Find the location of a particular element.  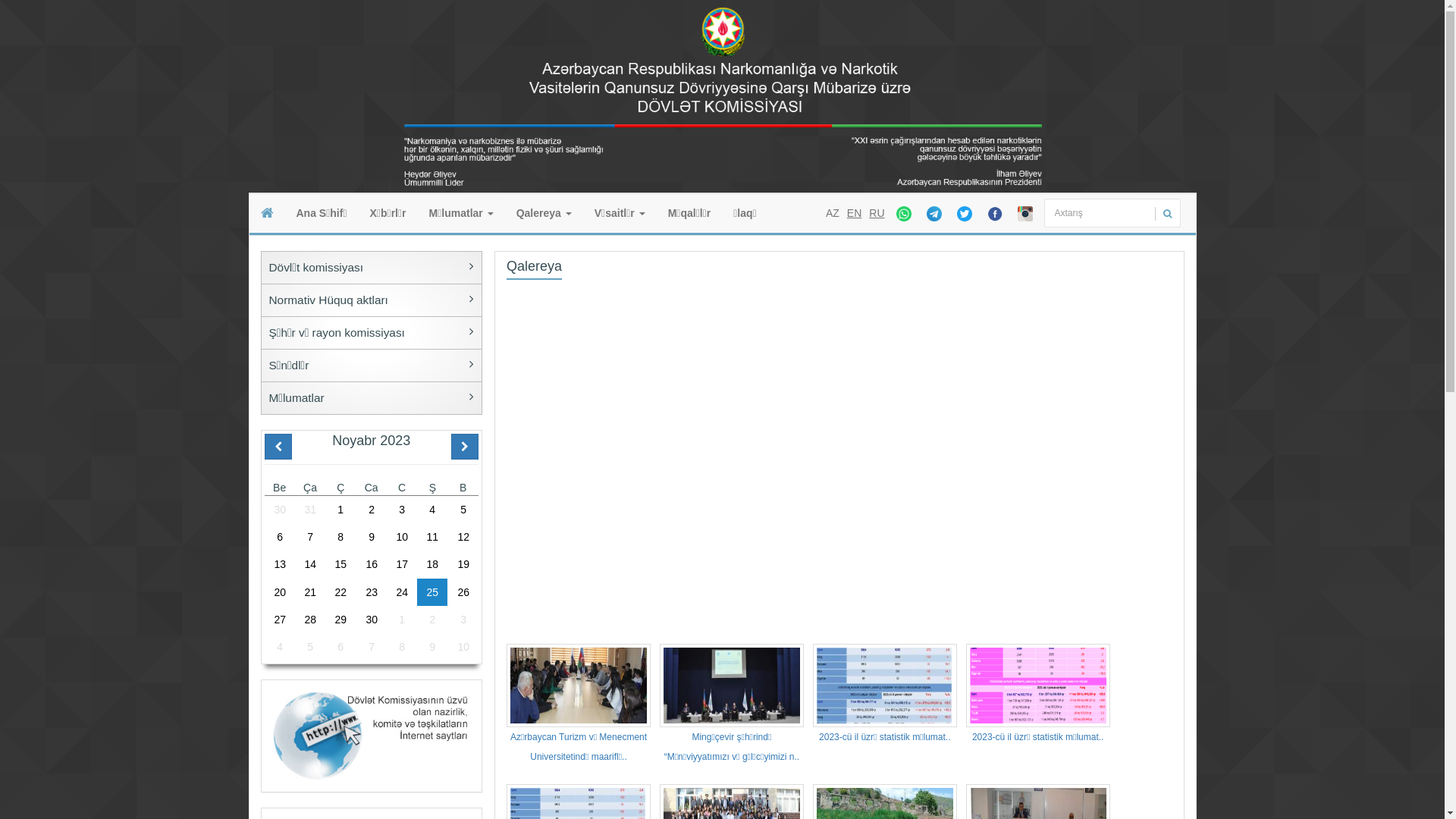

'26' is located at coordinates (447, 591).